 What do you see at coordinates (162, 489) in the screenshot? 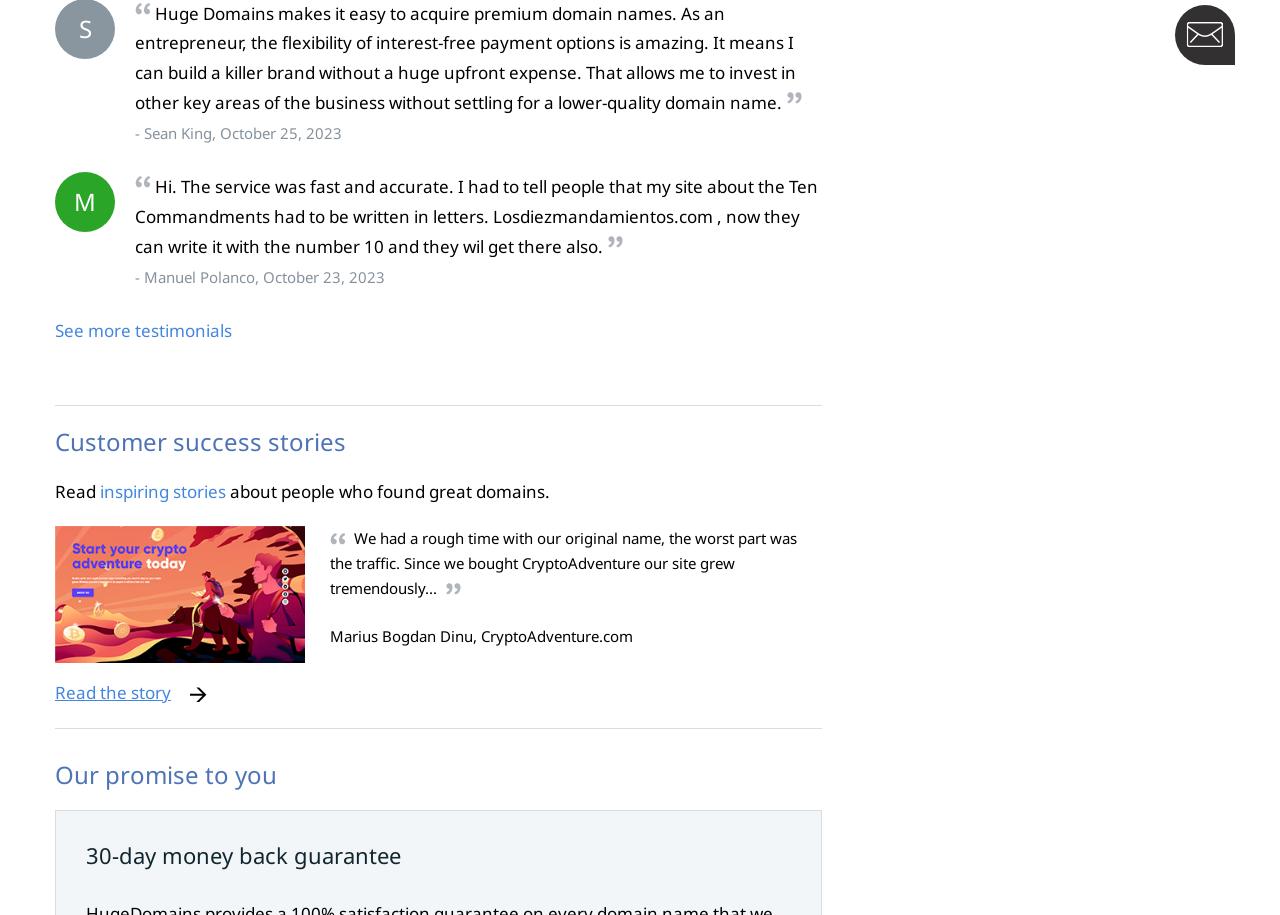
I see `'inspiring stories'` at bounding box center [162, 489].